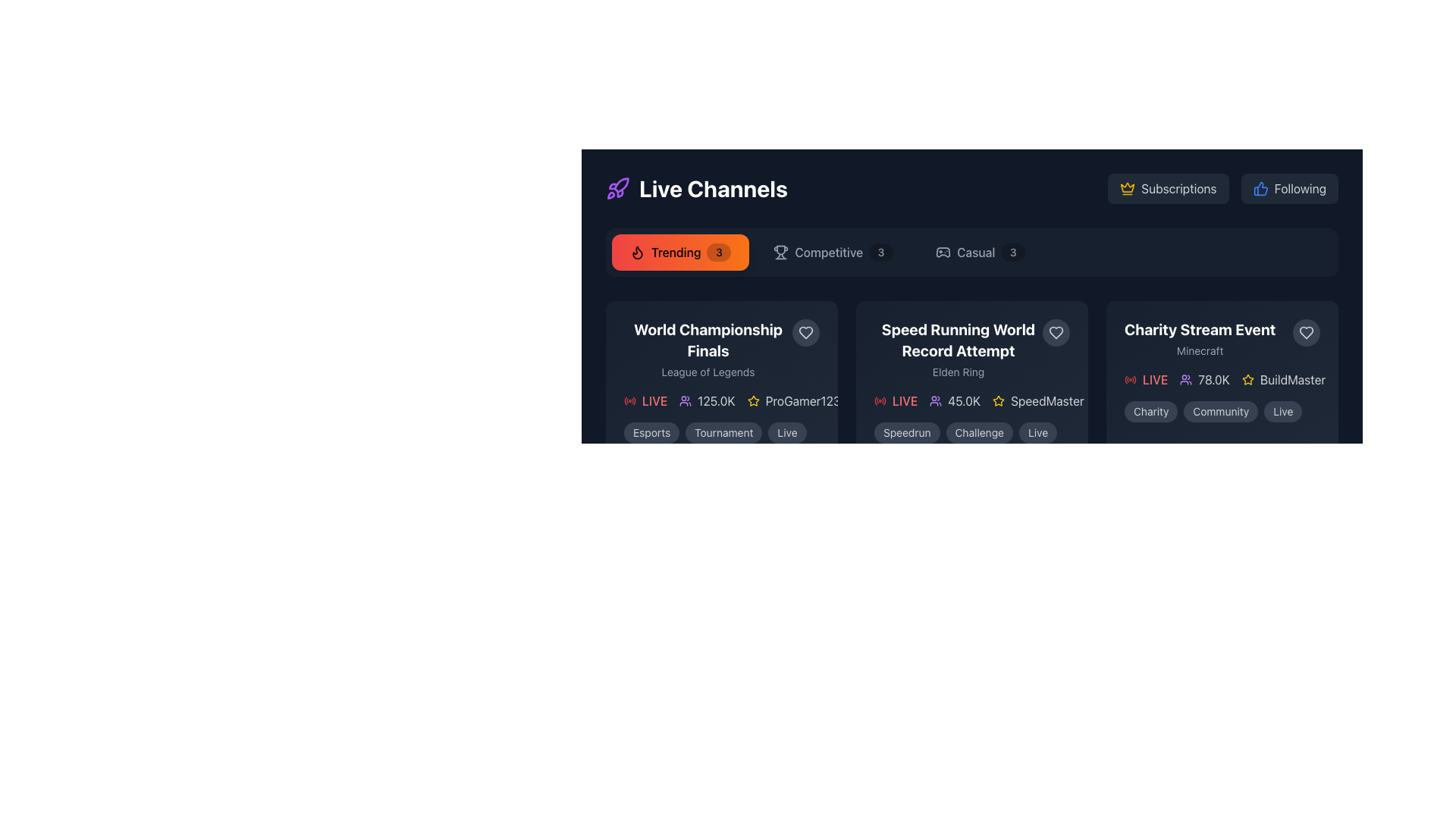 Image resolution: width=1456 pixels, height=819 pixels. What do you see at coordinates (1055, 332) in the screenshot?
I see `the heart icon` at bounding box center [1055, 332].